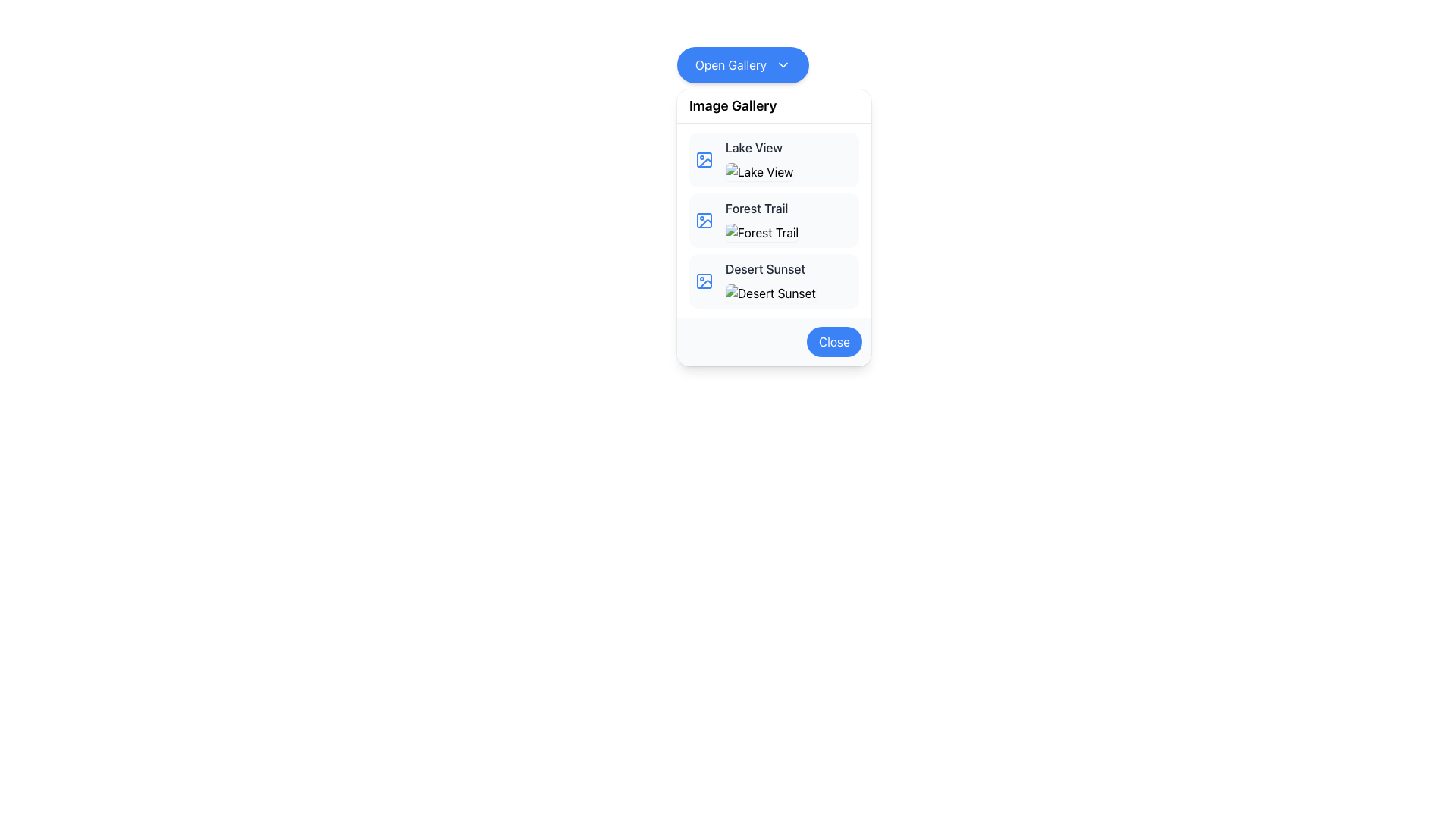 Image resolution: width=1456 pixels, height=819 pixels. Describe the element at coordinates (773, 220) in the screenshot. I see `the second item in the gallery list named 'Forest Trail'` at that location.